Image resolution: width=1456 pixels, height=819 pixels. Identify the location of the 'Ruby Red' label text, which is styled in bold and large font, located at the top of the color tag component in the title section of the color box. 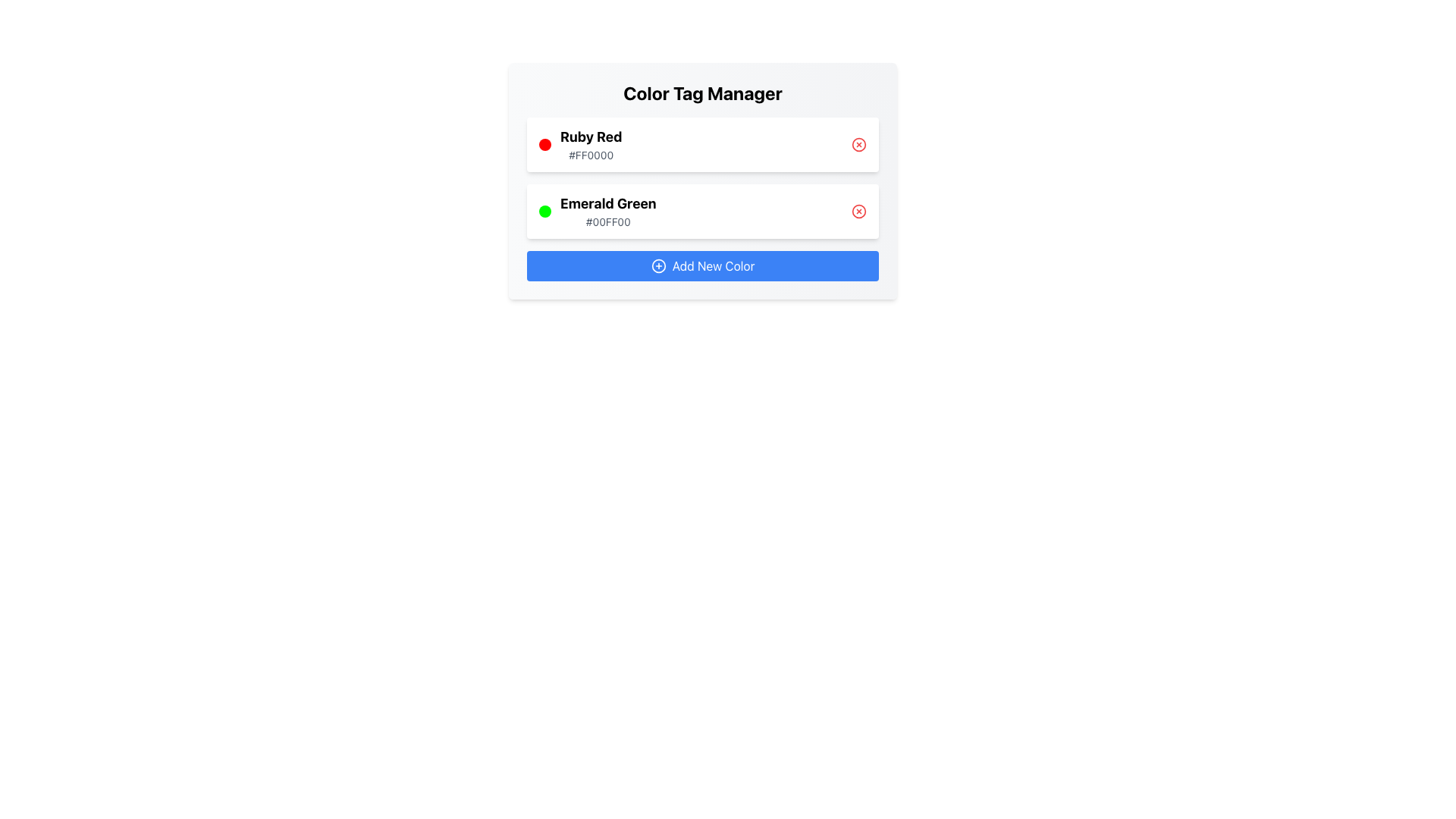
(590, 137).